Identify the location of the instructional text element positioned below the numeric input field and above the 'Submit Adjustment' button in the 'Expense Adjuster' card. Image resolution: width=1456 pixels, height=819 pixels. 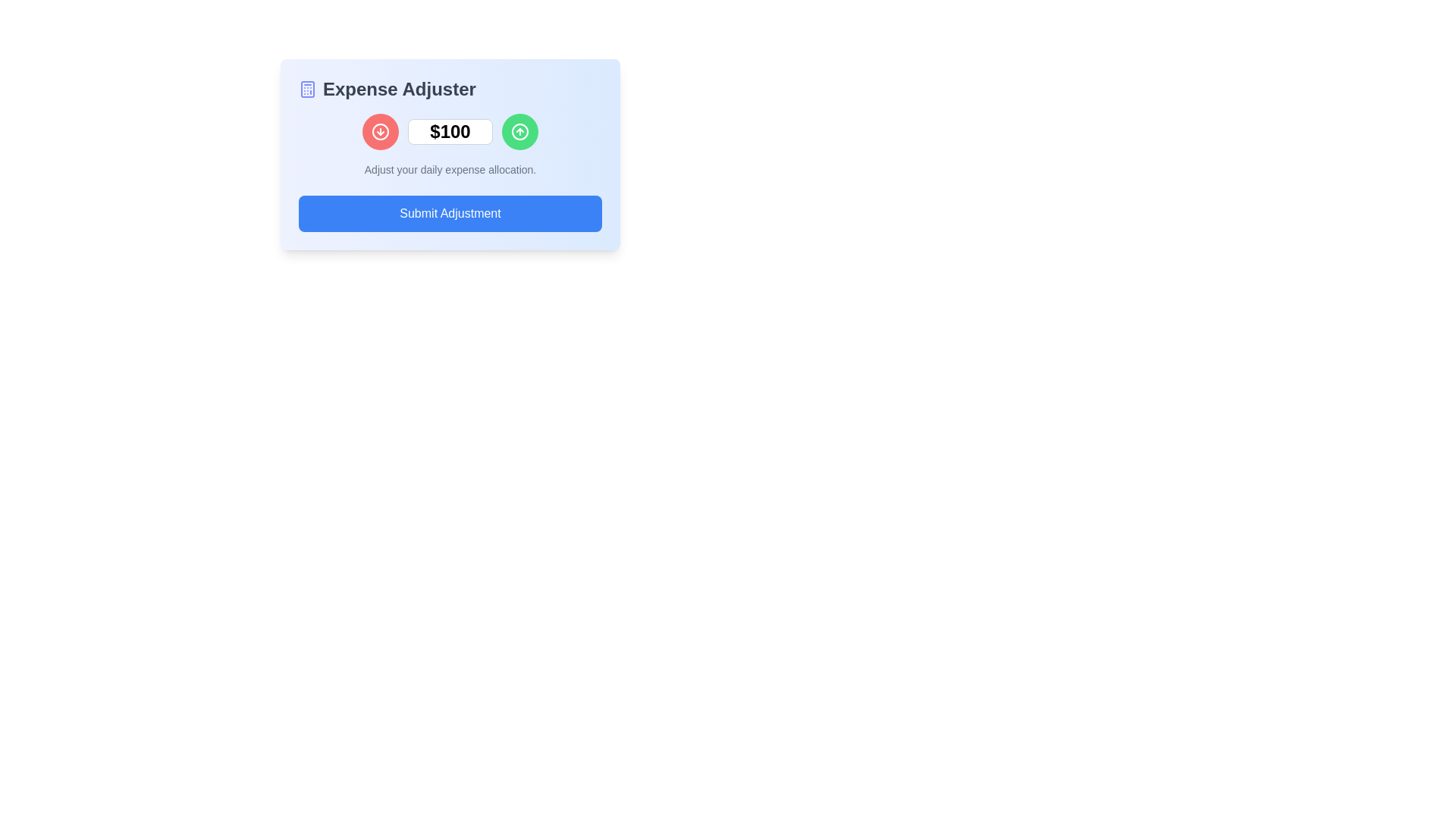
(450, 169).